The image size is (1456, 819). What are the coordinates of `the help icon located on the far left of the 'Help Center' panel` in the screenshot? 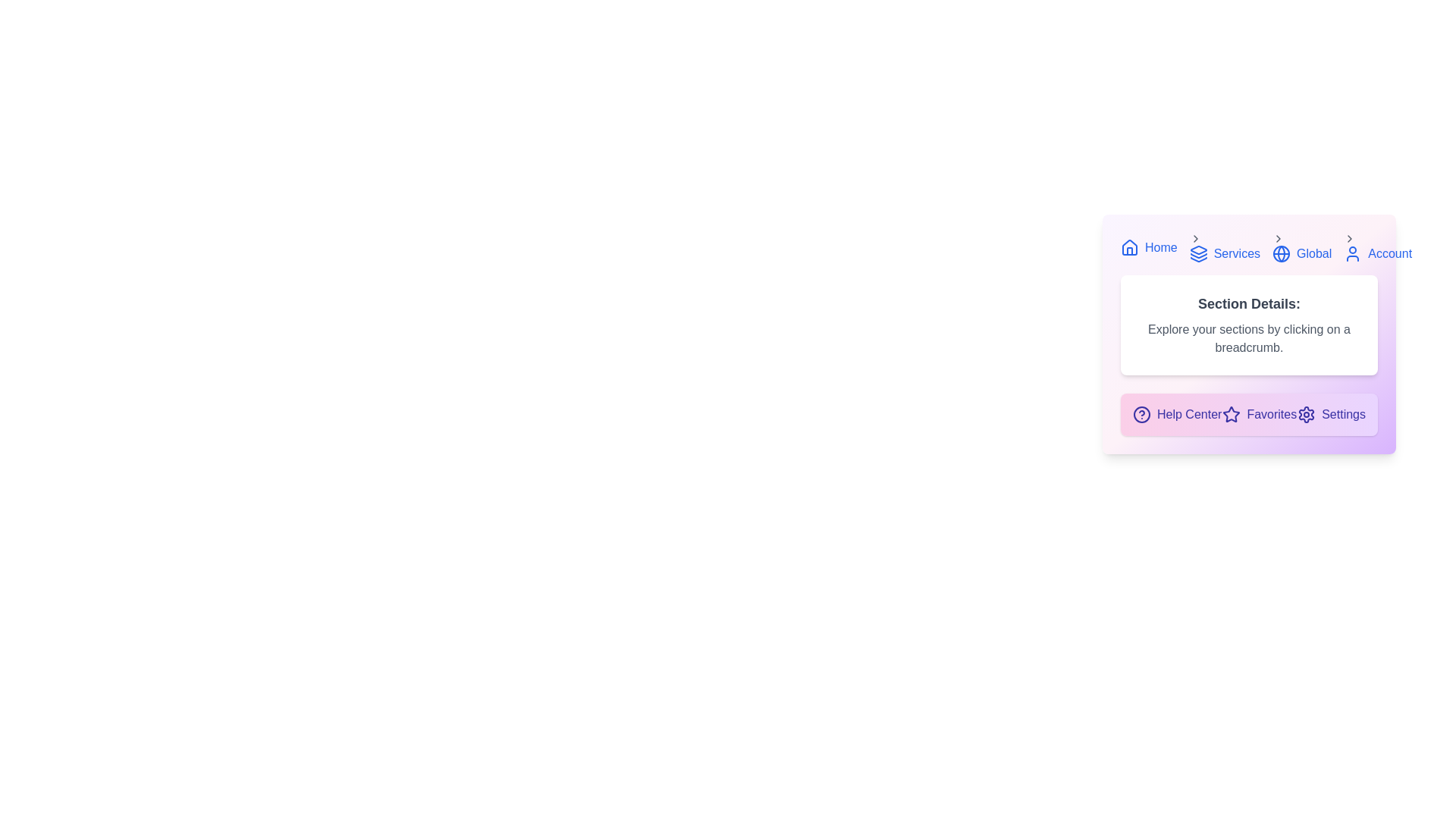 It's located at (1142, 415).